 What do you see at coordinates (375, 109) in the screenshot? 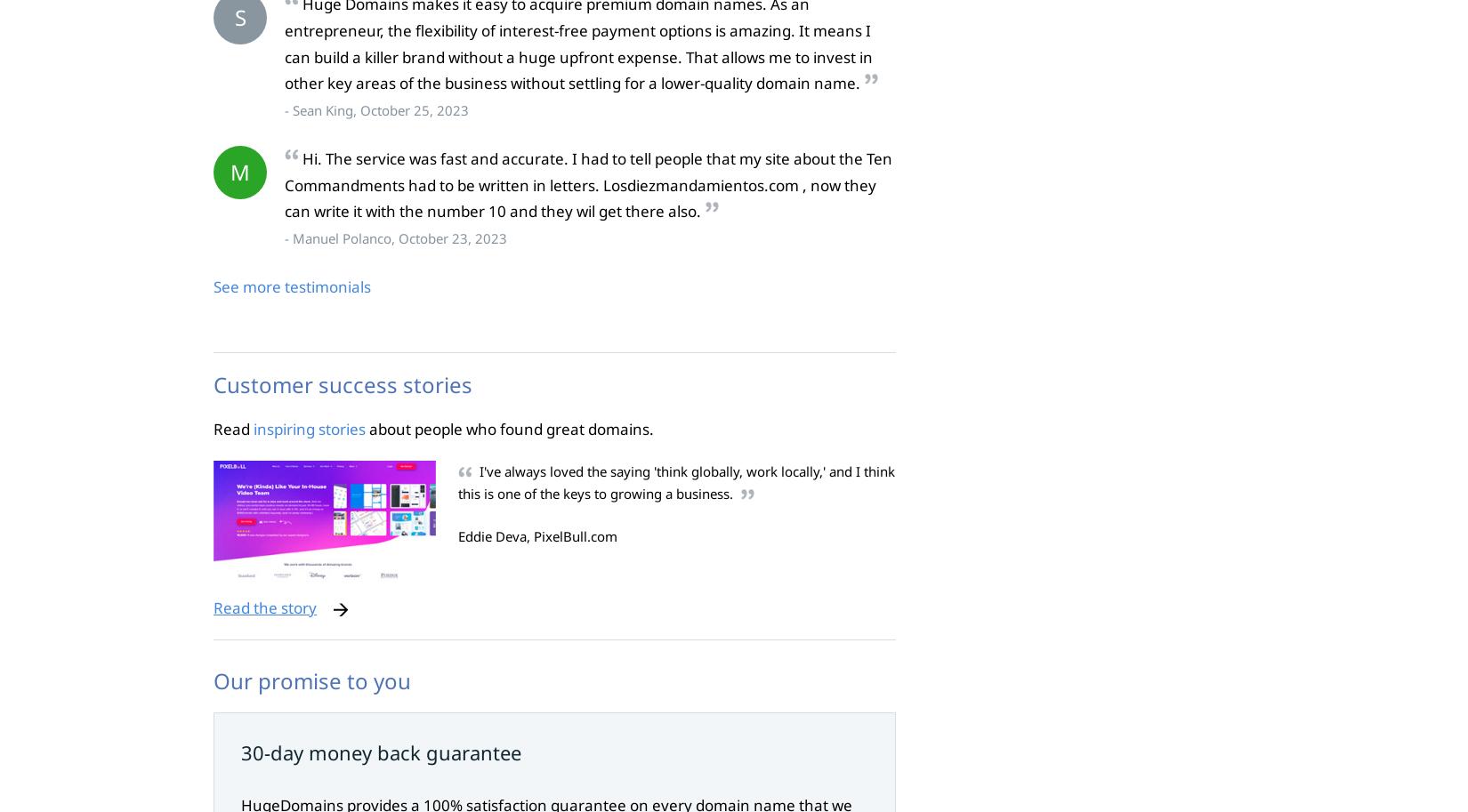
I see `'- Sean King, October 25, 2023'` at bounding box center [375, 109].